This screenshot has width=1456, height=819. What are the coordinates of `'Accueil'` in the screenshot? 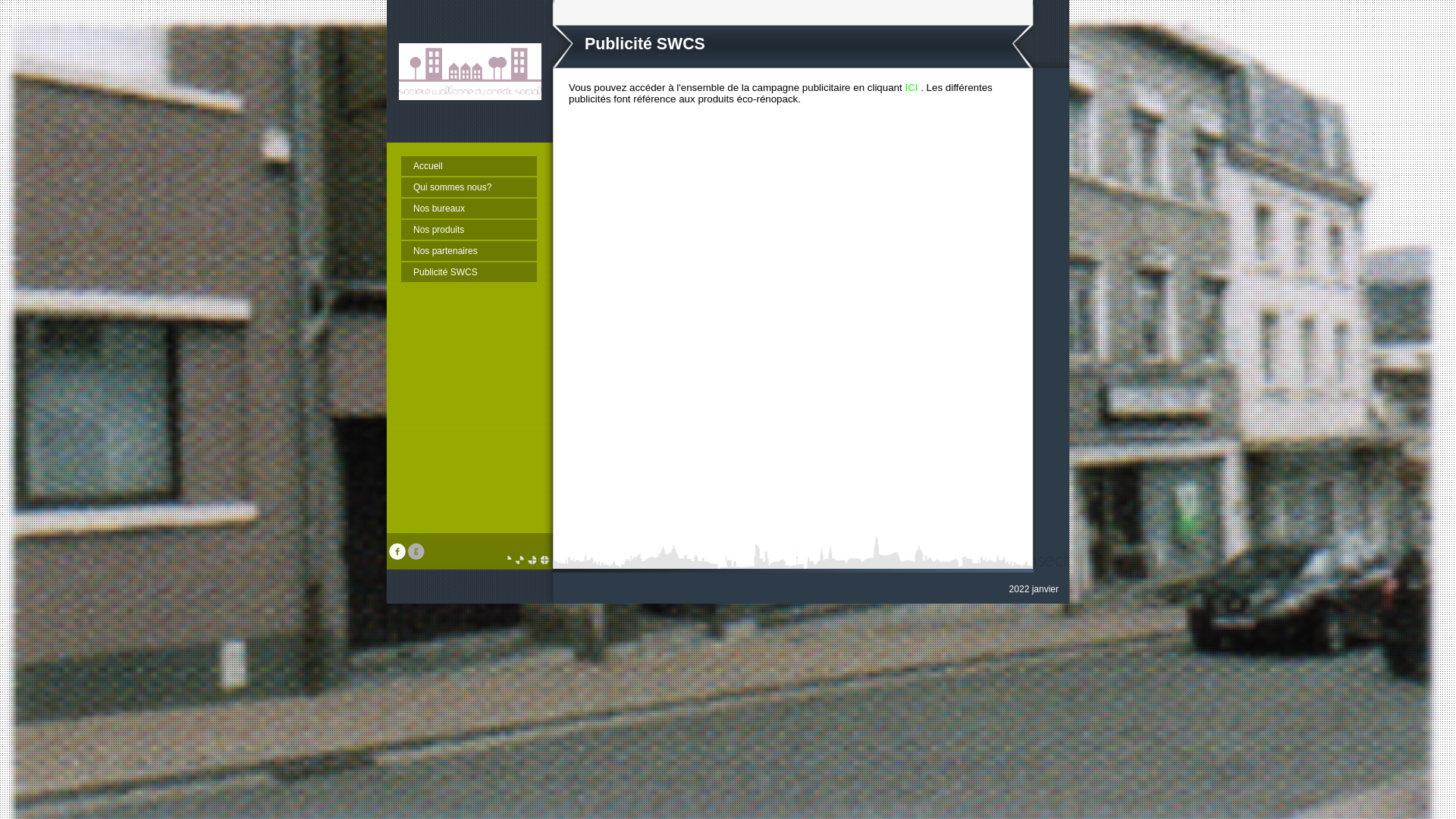 It's located at (468, 166).